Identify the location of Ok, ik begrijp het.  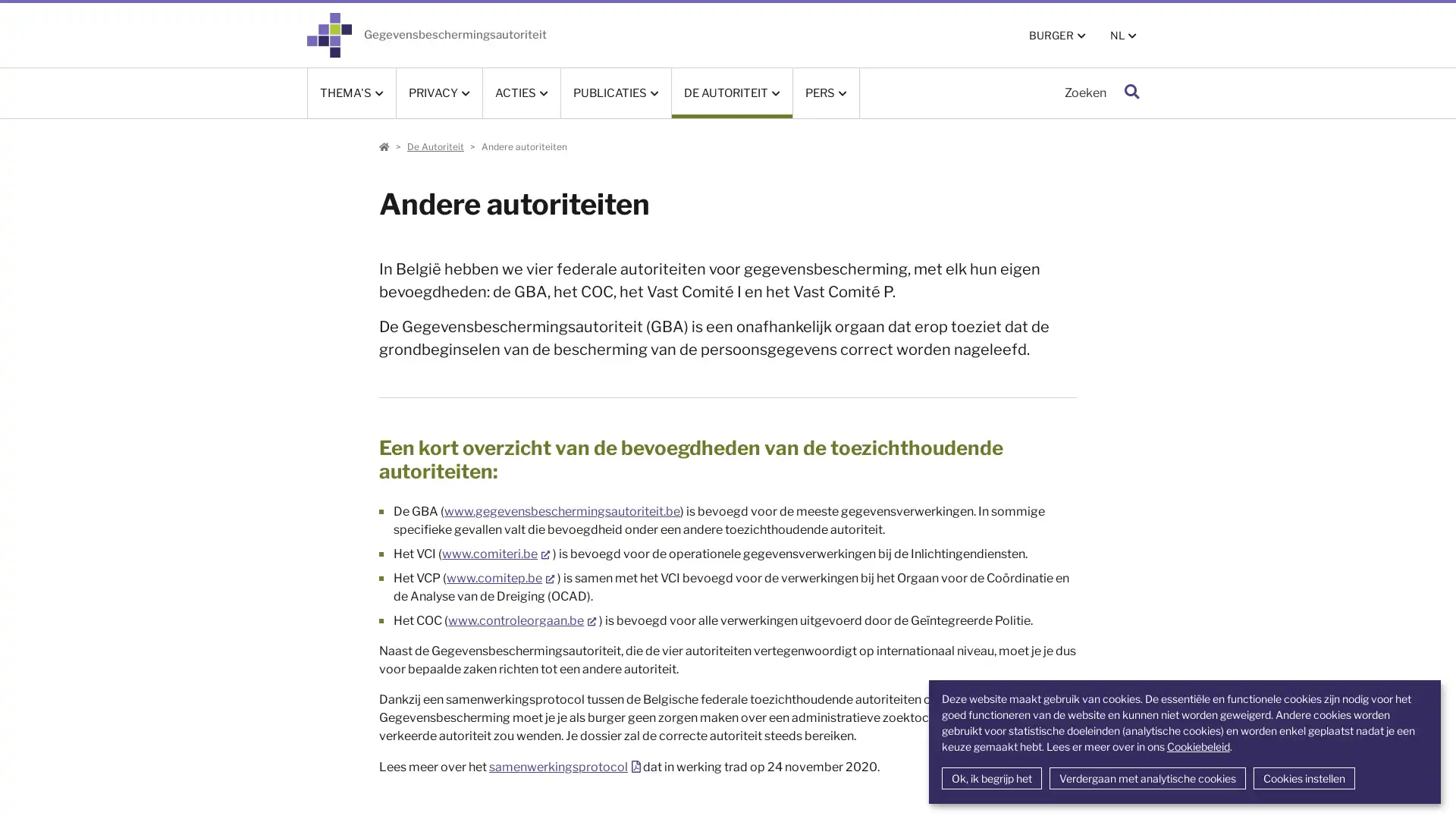
(990, 778).